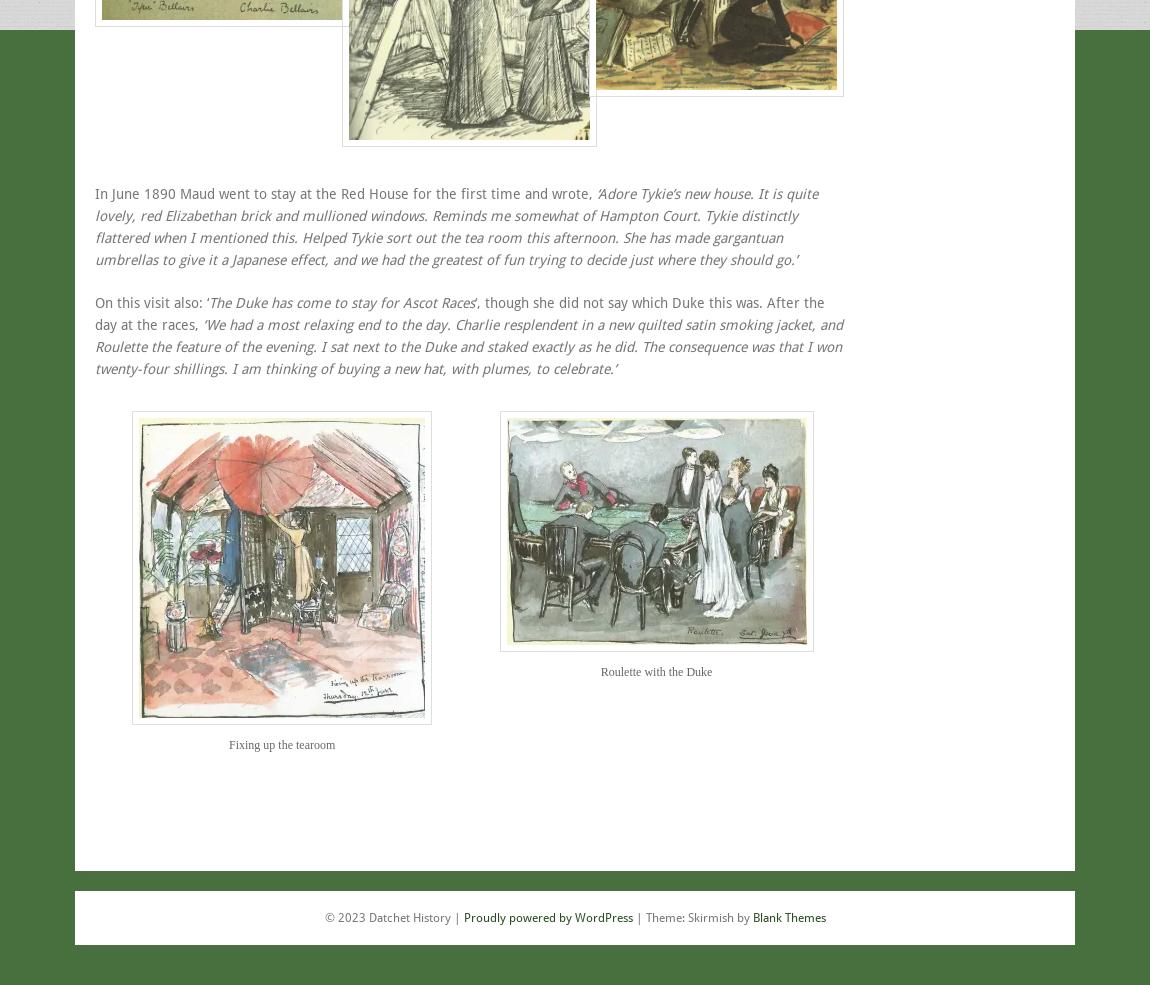 This screenshot has height=985, width=1150. I want to click on 'The Duke has come to stay for Ascot Races', so click(342, 302).